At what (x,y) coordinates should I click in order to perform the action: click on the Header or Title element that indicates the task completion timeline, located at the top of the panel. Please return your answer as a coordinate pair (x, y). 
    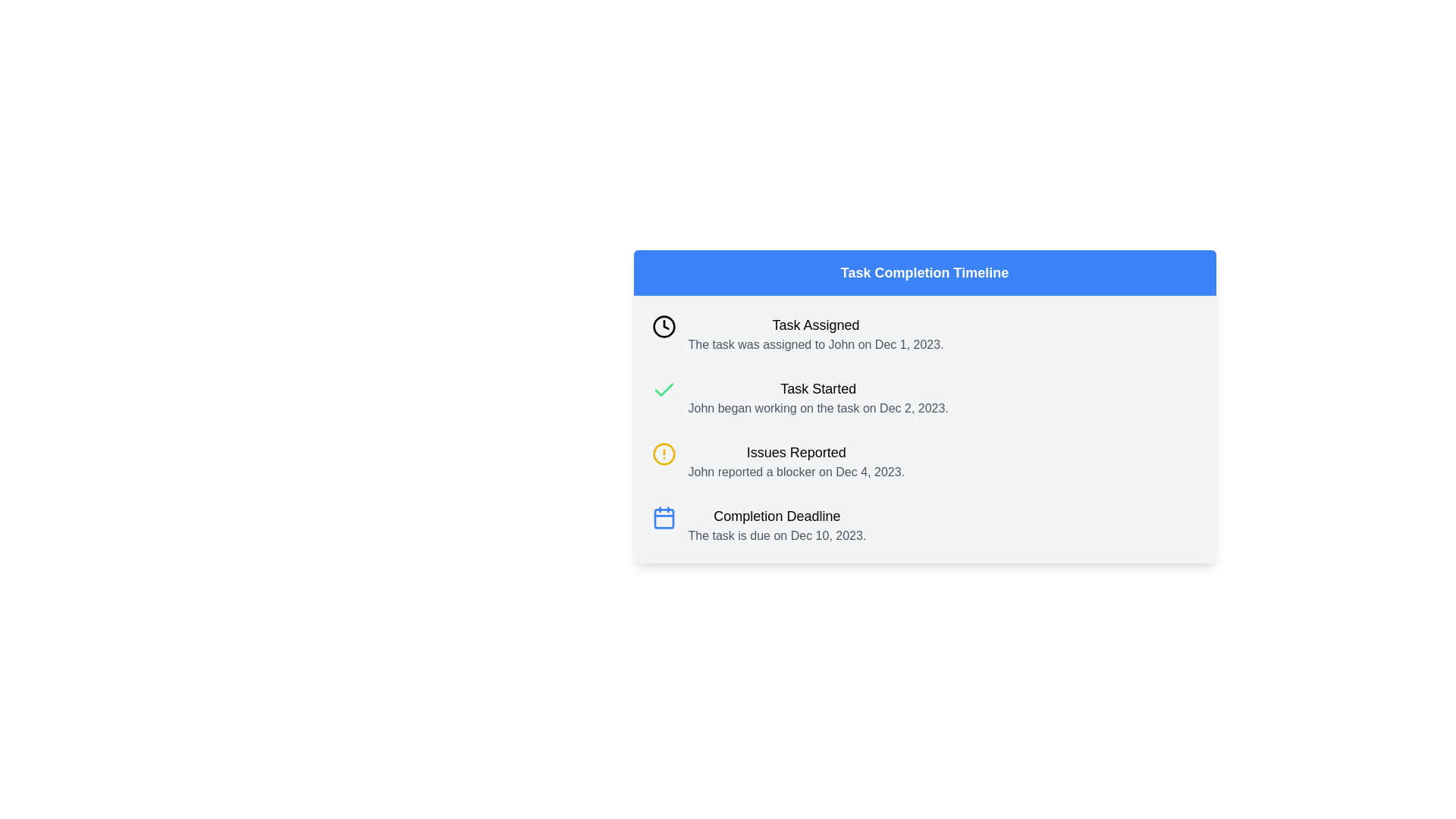
    Looking at the image, I should click on (924, 273).